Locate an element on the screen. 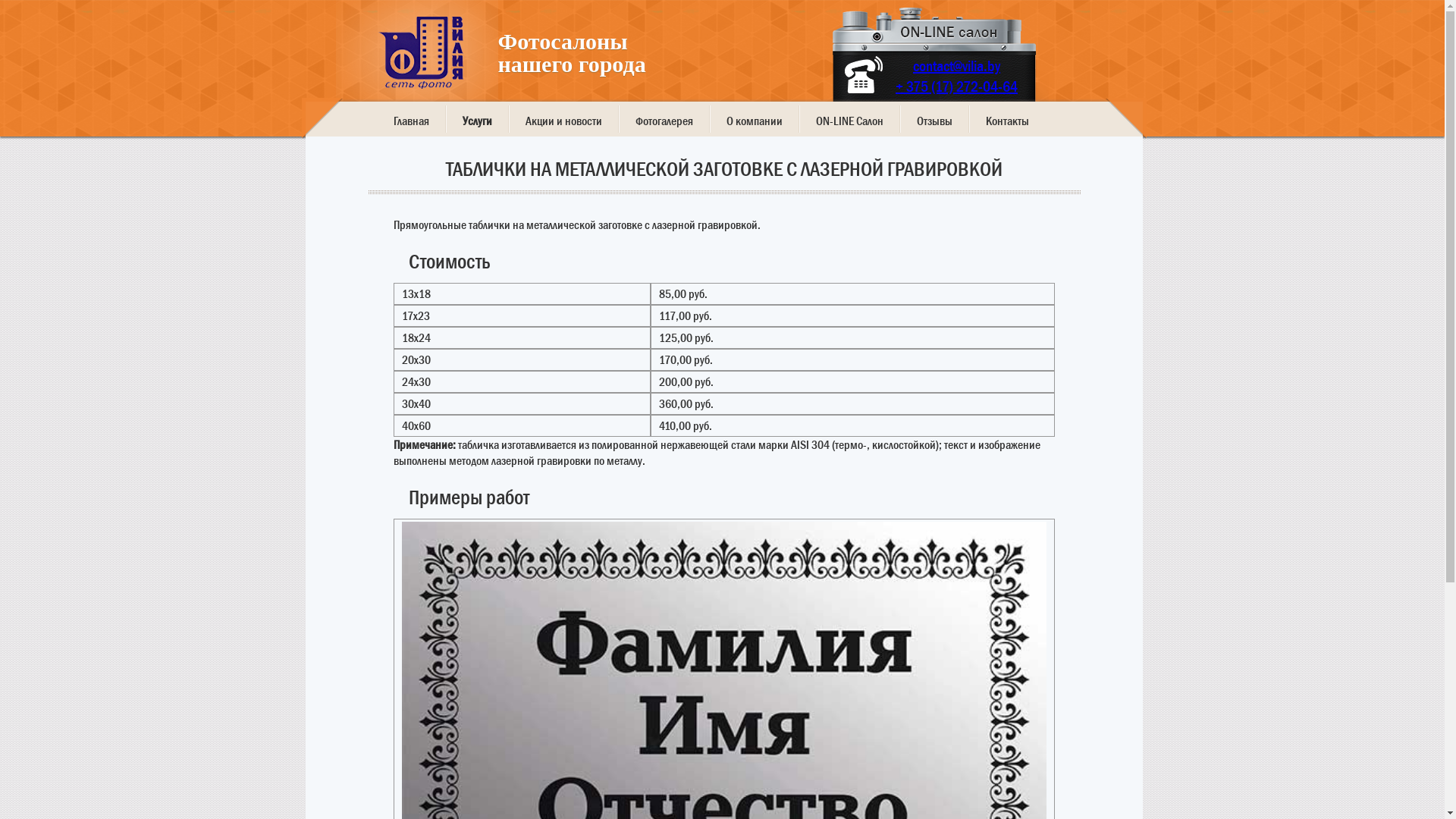 The width and height of the screenshot is (1456, 819). '+ 375 (17) 272-04-64' is located at coordinates (895, 86).